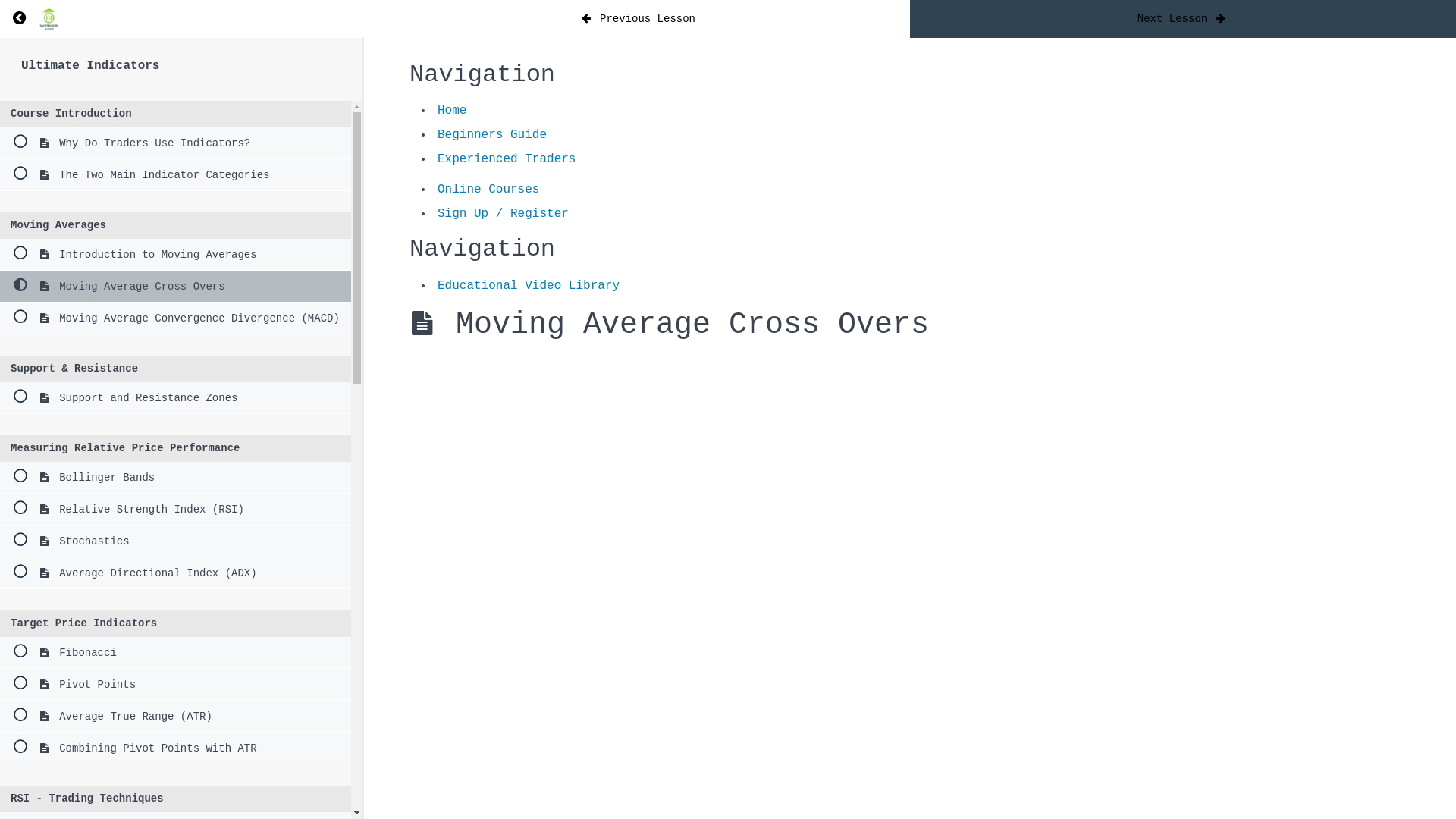  I want to click on 'Average Directional Index (ADX)', so click(175, 573).